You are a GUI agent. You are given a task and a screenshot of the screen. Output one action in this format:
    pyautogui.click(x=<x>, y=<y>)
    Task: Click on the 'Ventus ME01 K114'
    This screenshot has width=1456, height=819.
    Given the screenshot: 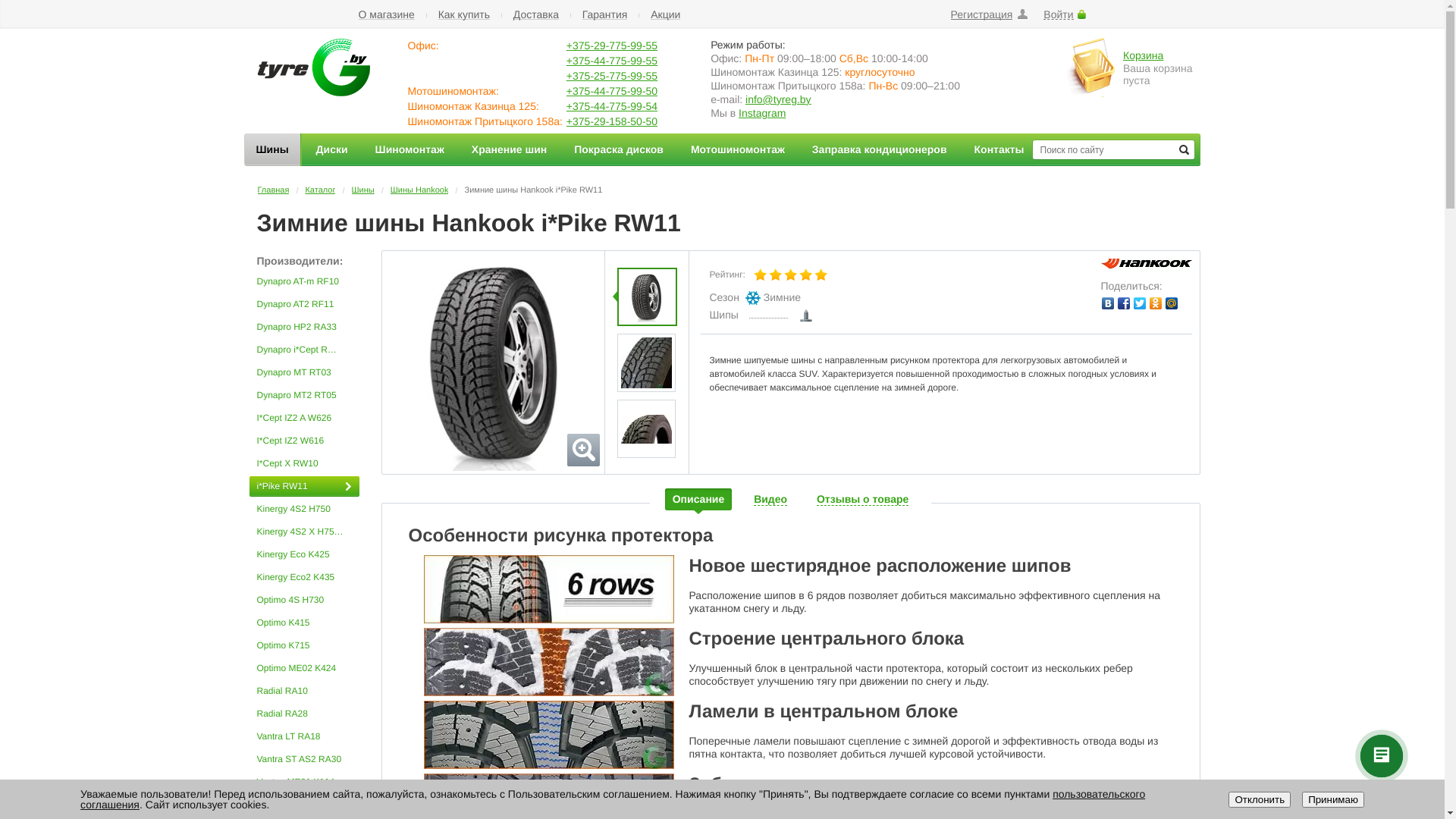 What is the action you would take?
    pyautogui.click(x=303, y=782)
    